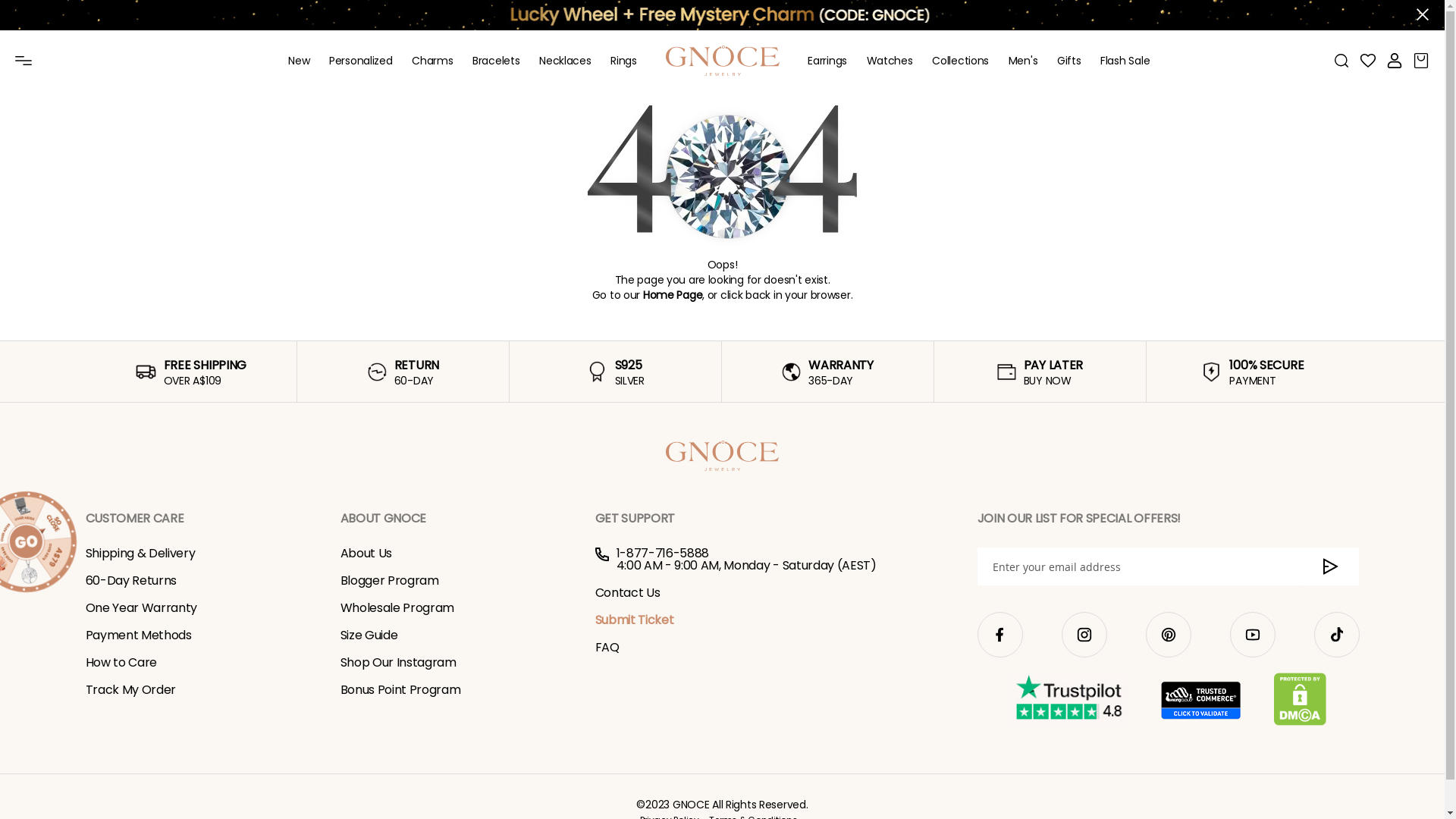 This screenshot has height=819, width=1456. I want to click on 'New', so click(298, 60).